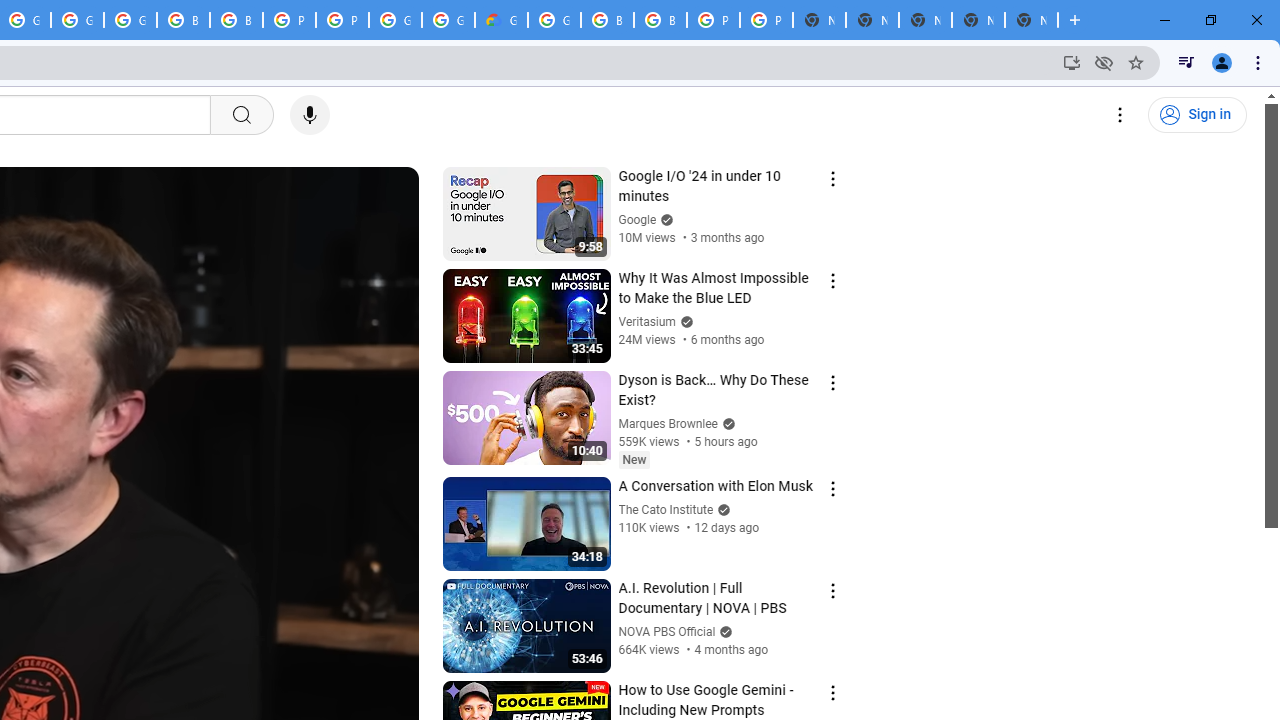  I want to click on 'Search with your voice', so click(308, 115).